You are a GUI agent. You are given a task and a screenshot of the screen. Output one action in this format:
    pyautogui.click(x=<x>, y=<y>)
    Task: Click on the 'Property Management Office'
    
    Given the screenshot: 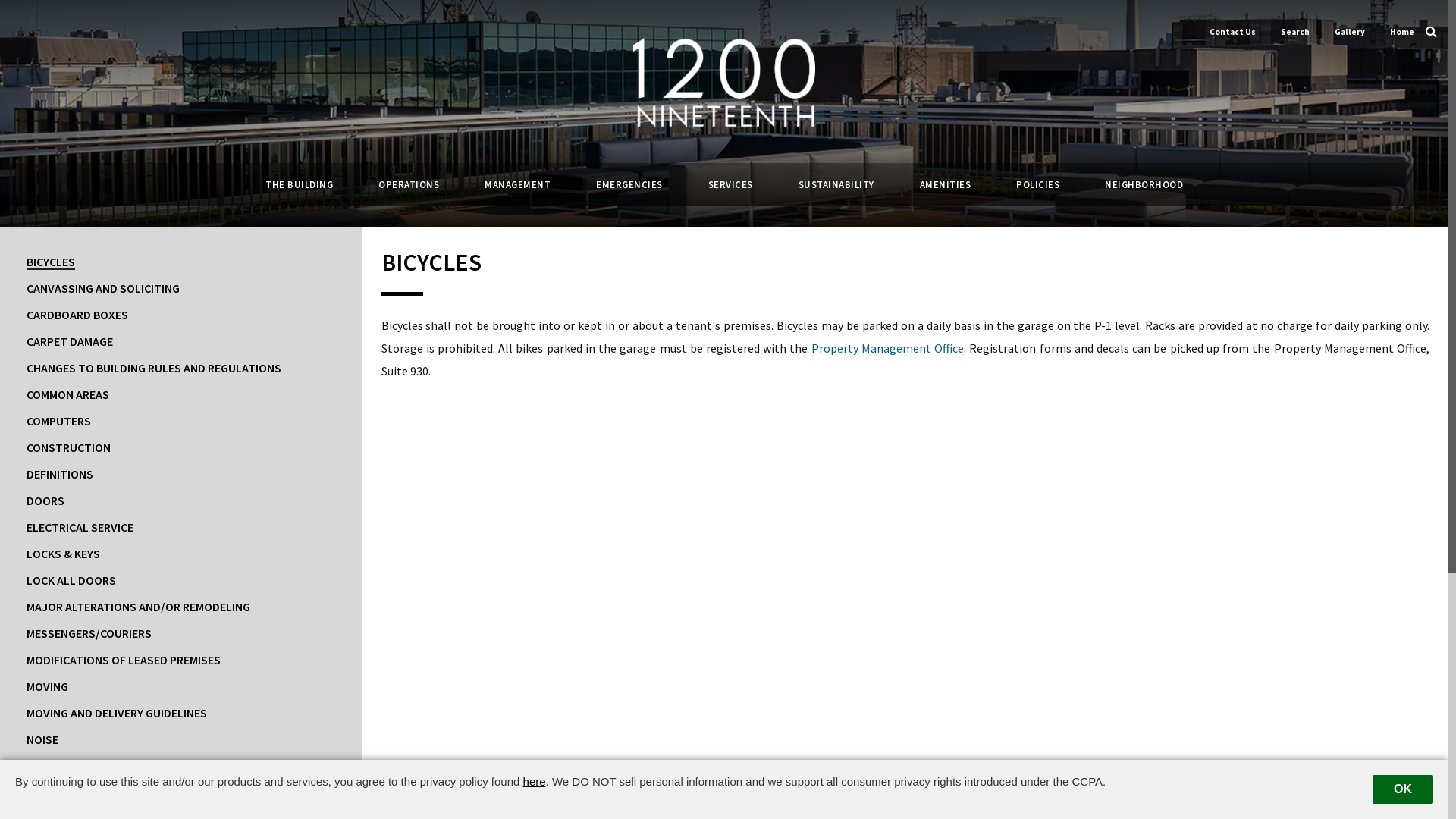 What is the action you would take?
    pyautogui.click(x=887, y=348)
    